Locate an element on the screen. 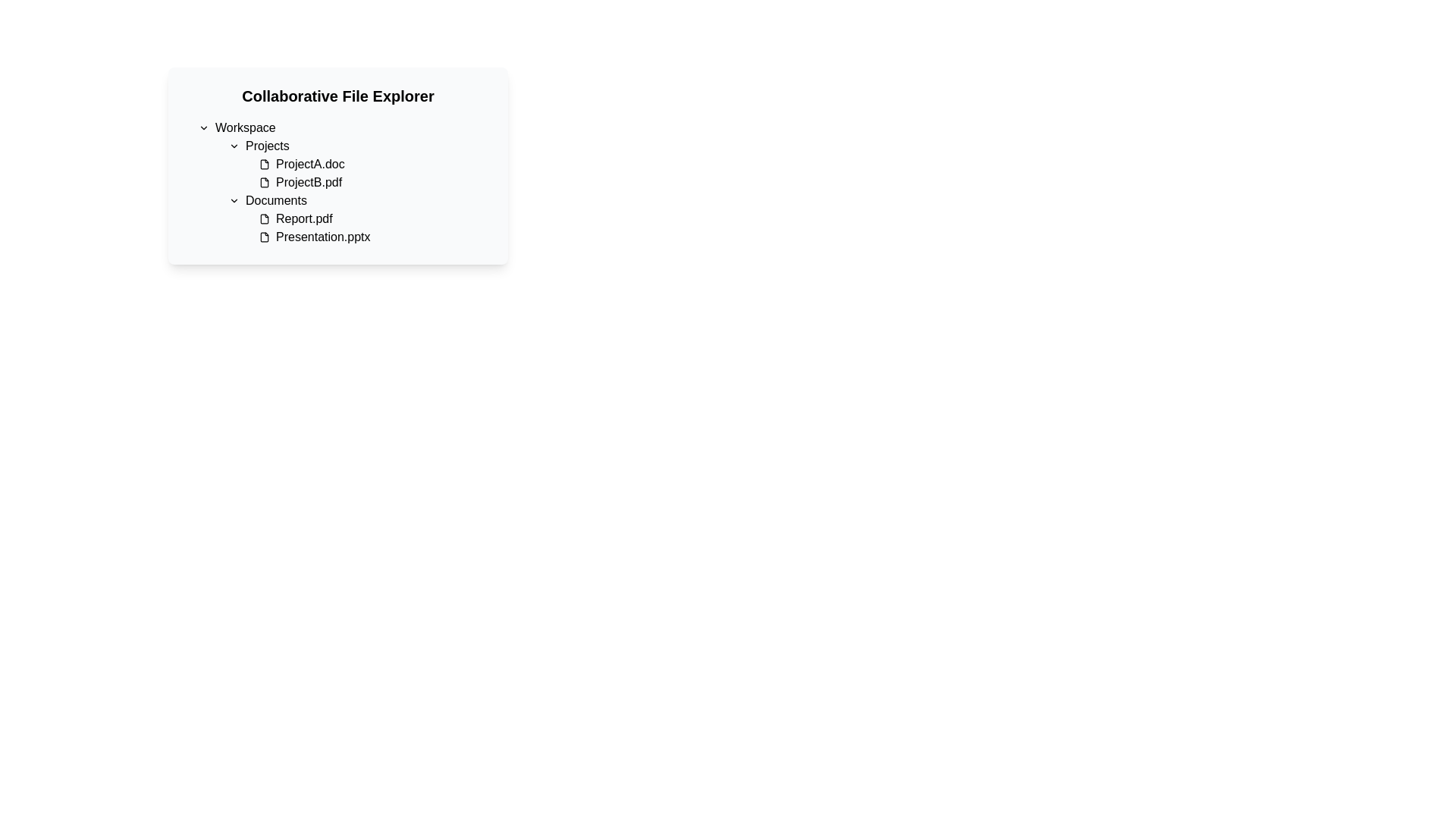  the 'Workspace' text label is located at coordinates (245, 127).